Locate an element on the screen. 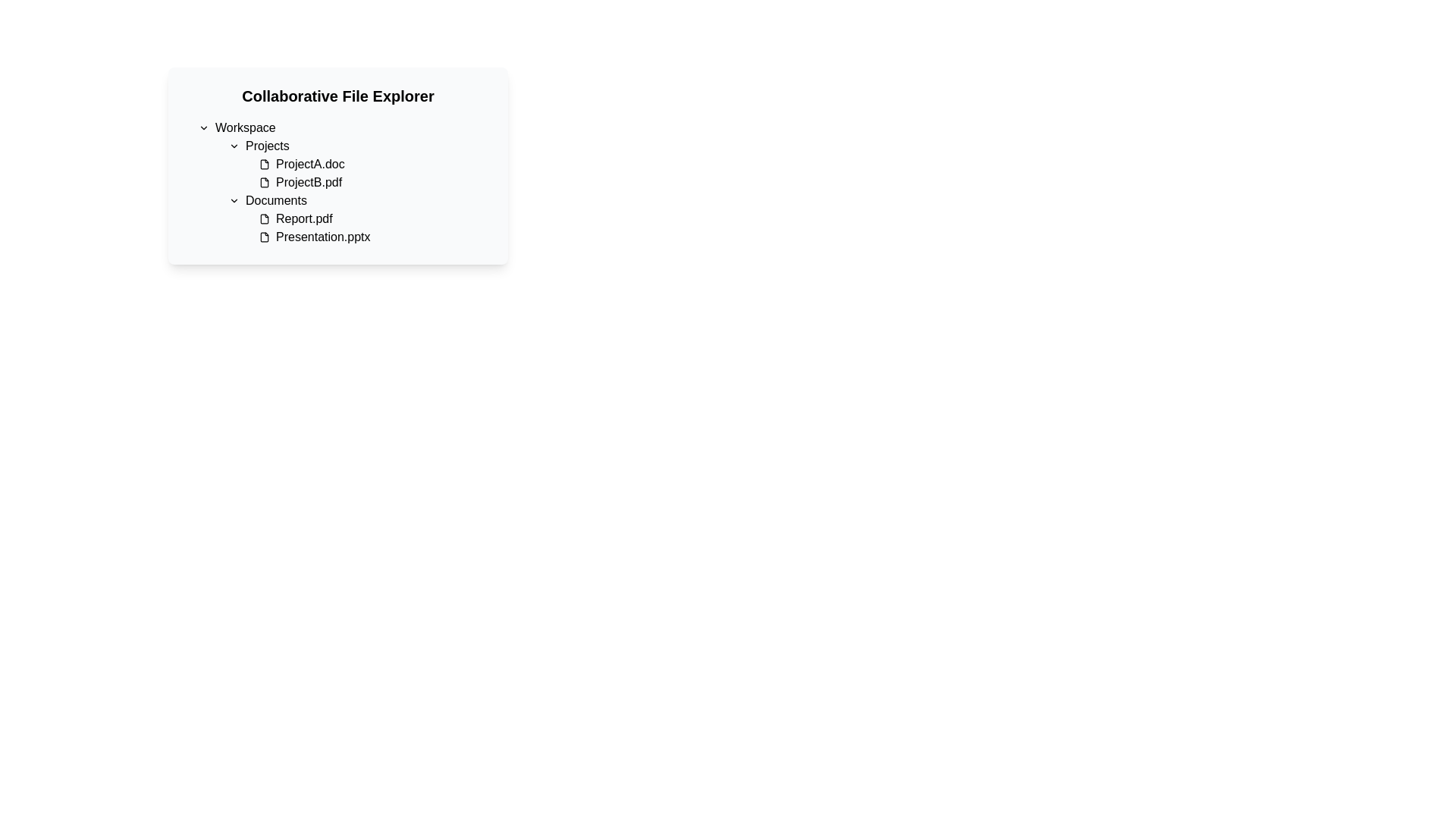  the 'Workspace' text label is located at coordinates (245, 127).